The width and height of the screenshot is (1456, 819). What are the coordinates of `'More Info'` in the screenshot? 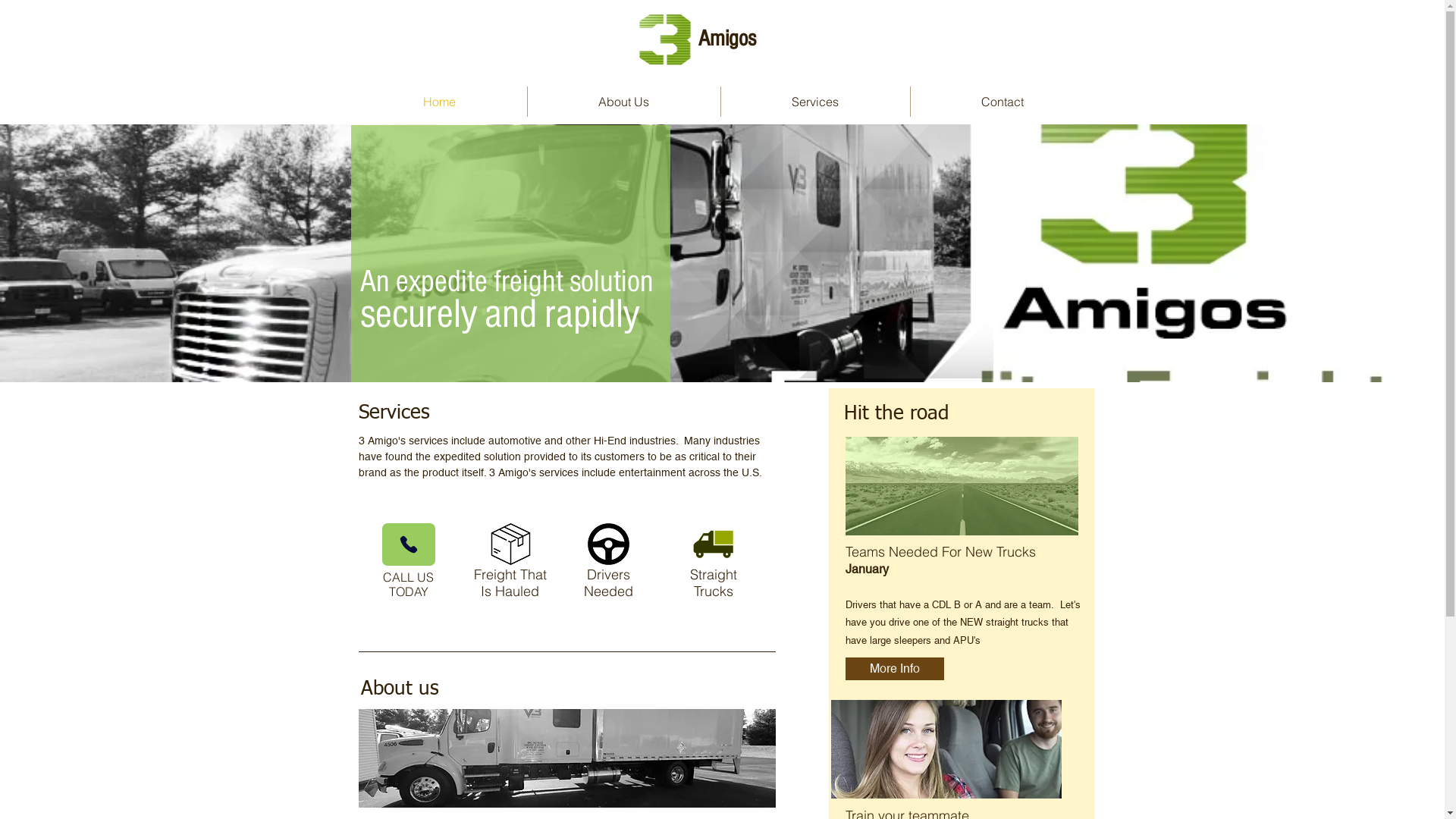 It's located at (843, 668).